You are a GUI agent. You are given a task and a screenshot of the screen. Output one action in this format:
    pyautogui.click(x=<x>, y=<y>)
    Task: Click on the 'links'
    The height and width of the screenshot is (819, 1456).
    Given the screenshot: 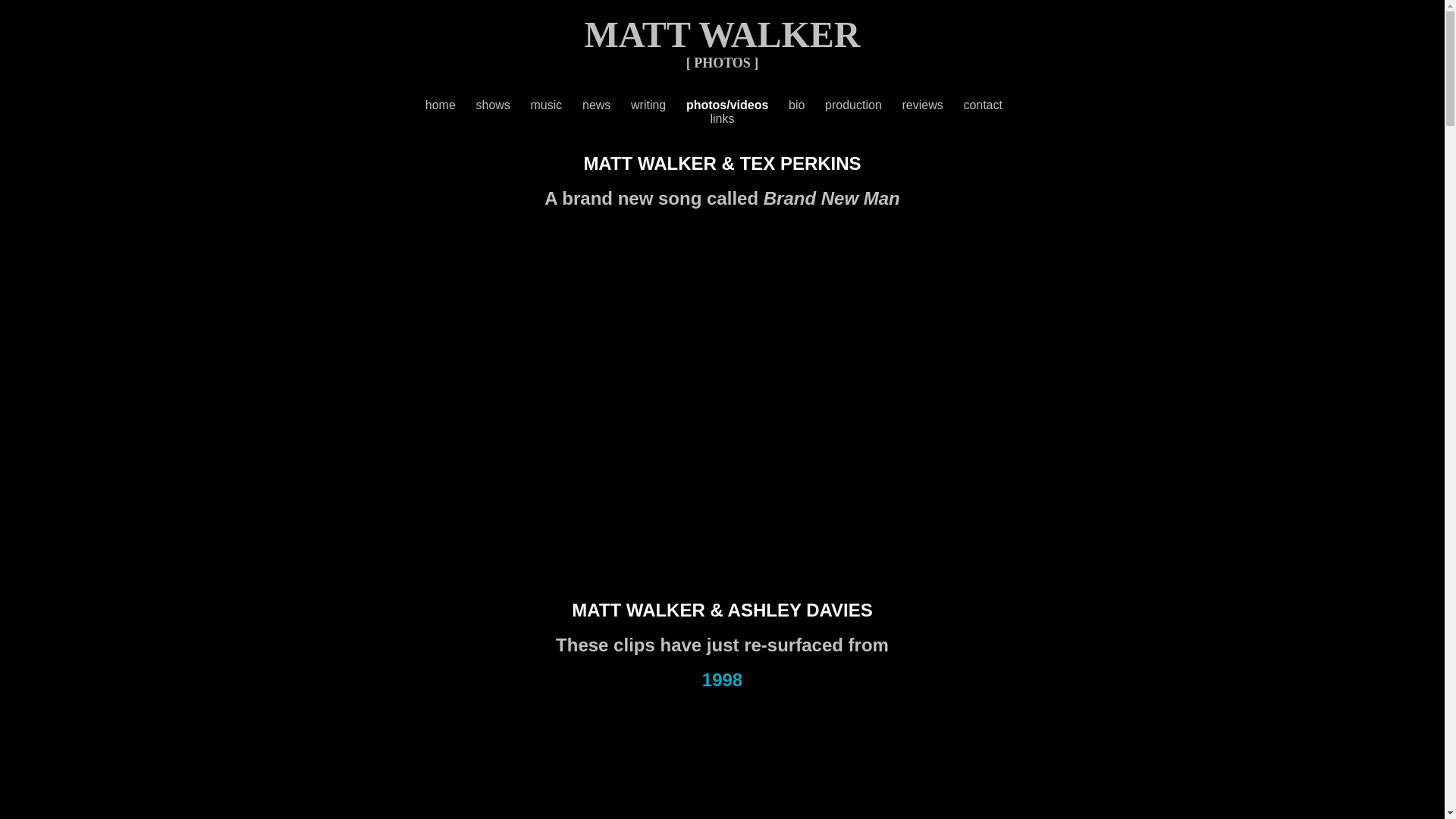 What is the action you would take?
    pyautogui.click(x=720, y=118)
    